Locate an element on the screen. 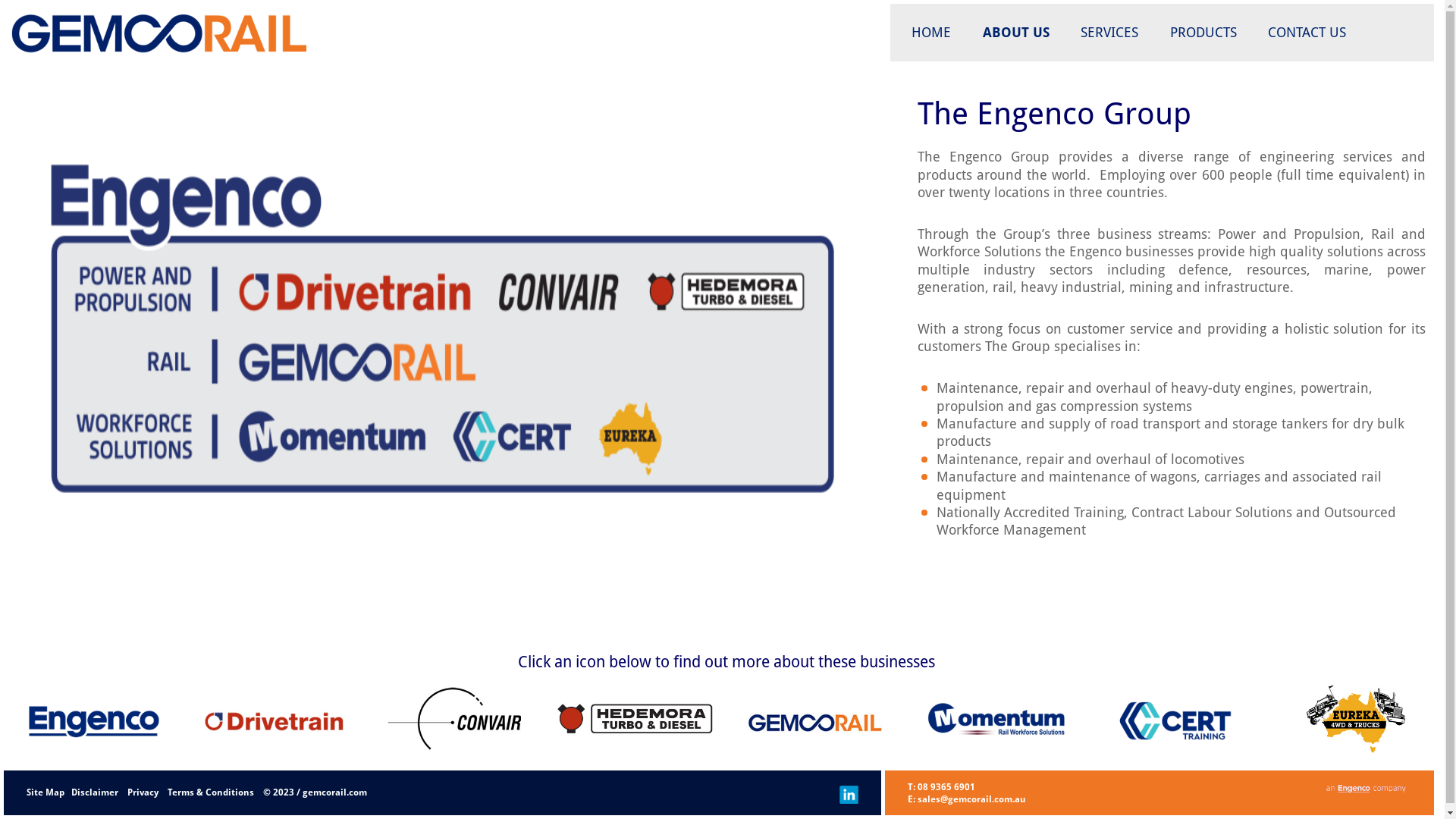 This screenshot has height=819, width=1456. 'E: sales@gemcorail.com.au' is located at coordinates (966, 798).